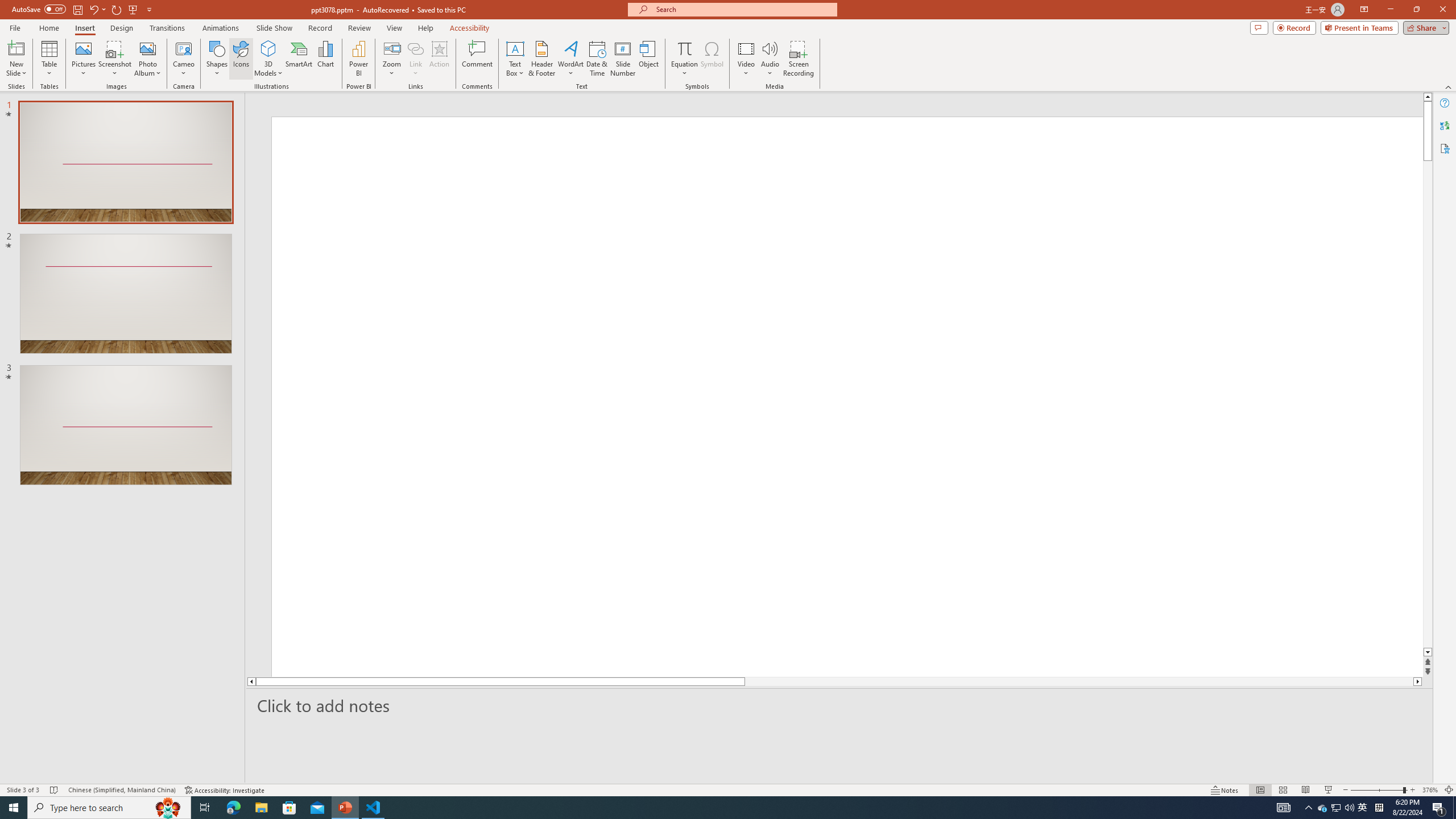 The height and width of the screenshot is (819, 1456). I want to click on 'Photo Album...', so click(147, 59).